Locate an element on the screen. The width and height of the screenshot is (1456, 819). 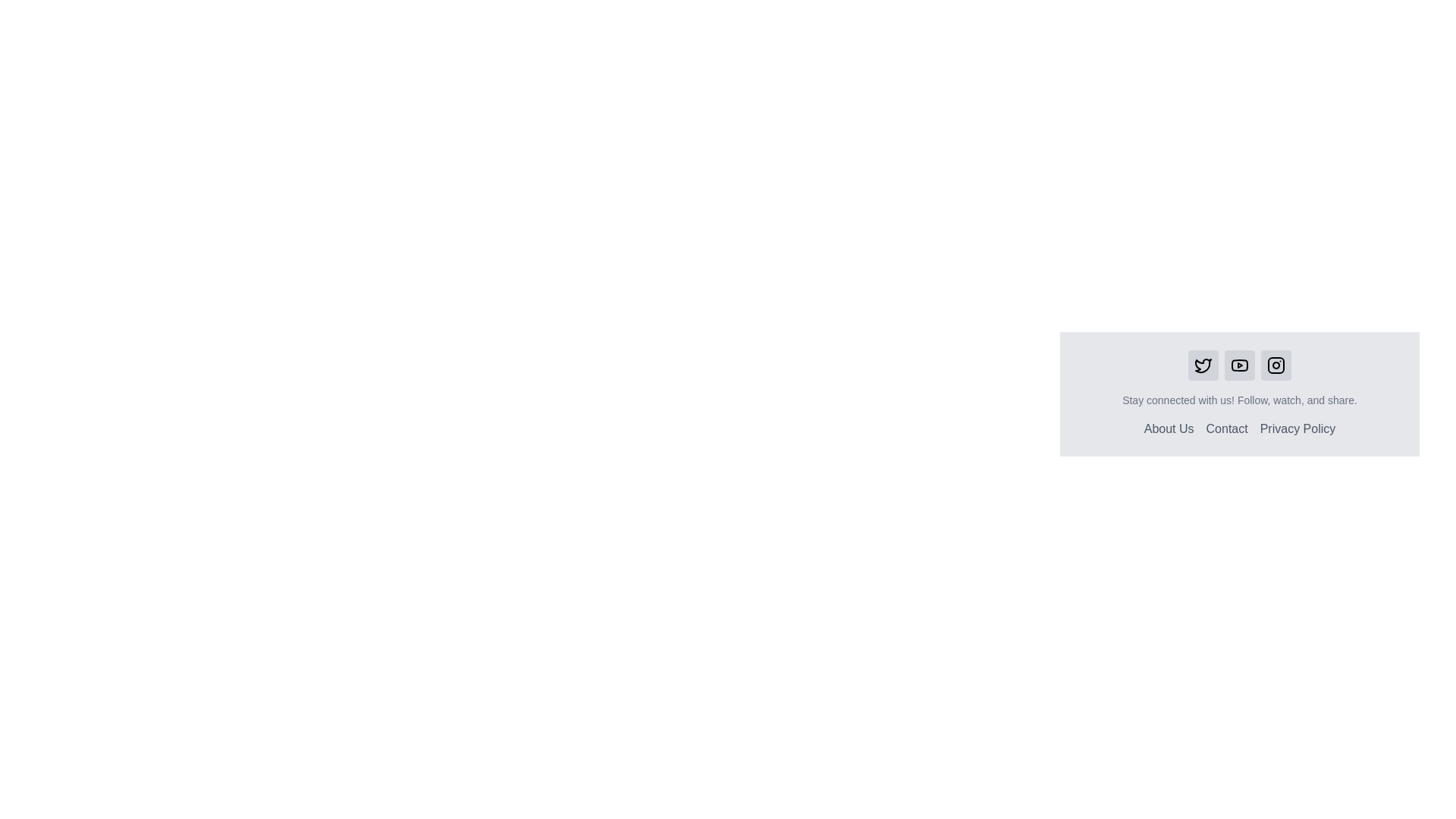
the hyperlink that directs to the 'Privacy Policy' page, located at the bottom-right corner of the layout is located at coordinates (1297, 428).